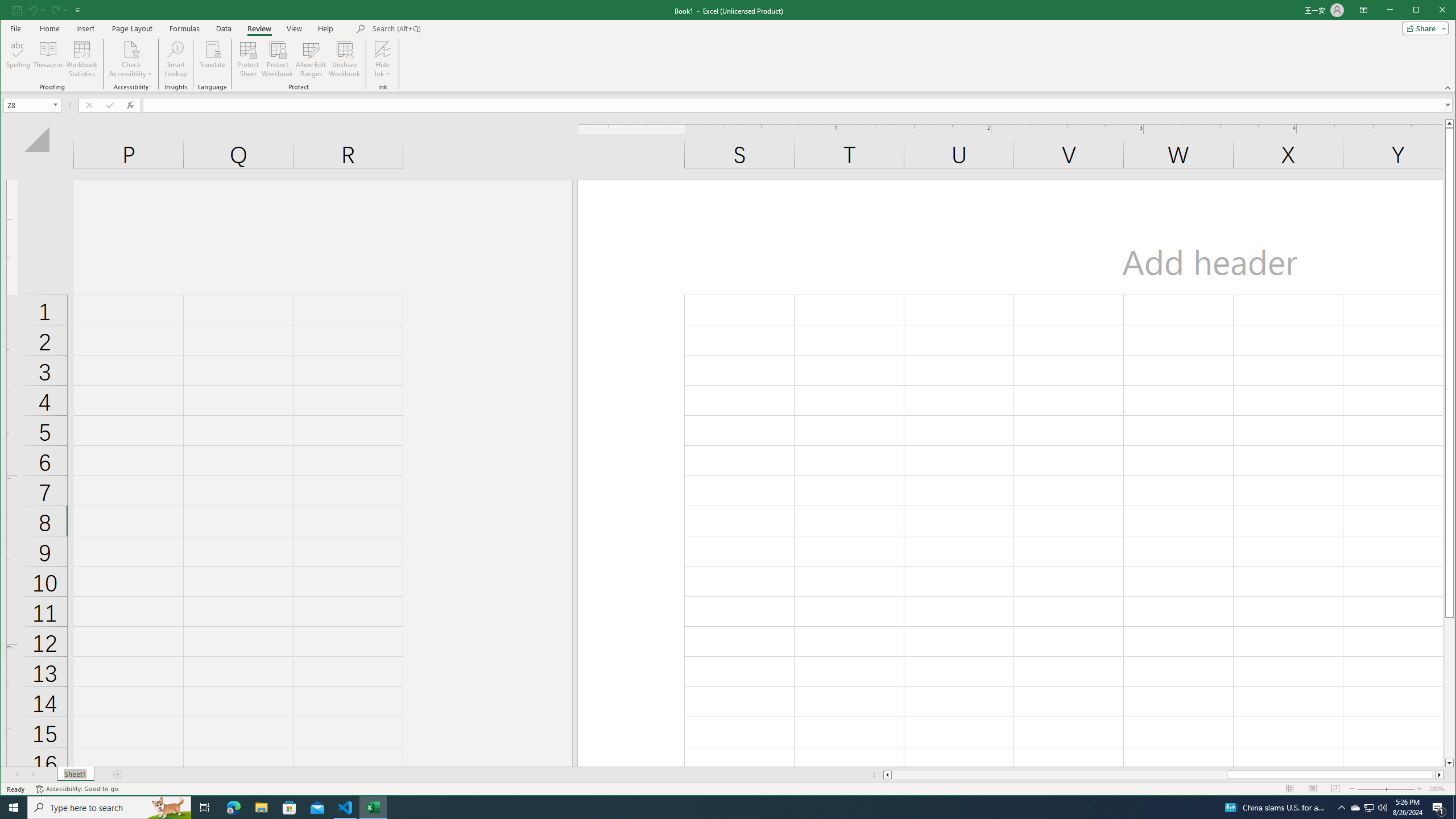  What do you see at coordinates (1342, 806) in the screenshot?
I see `'Notification Chevron'` at bounding box center [1342, 806].